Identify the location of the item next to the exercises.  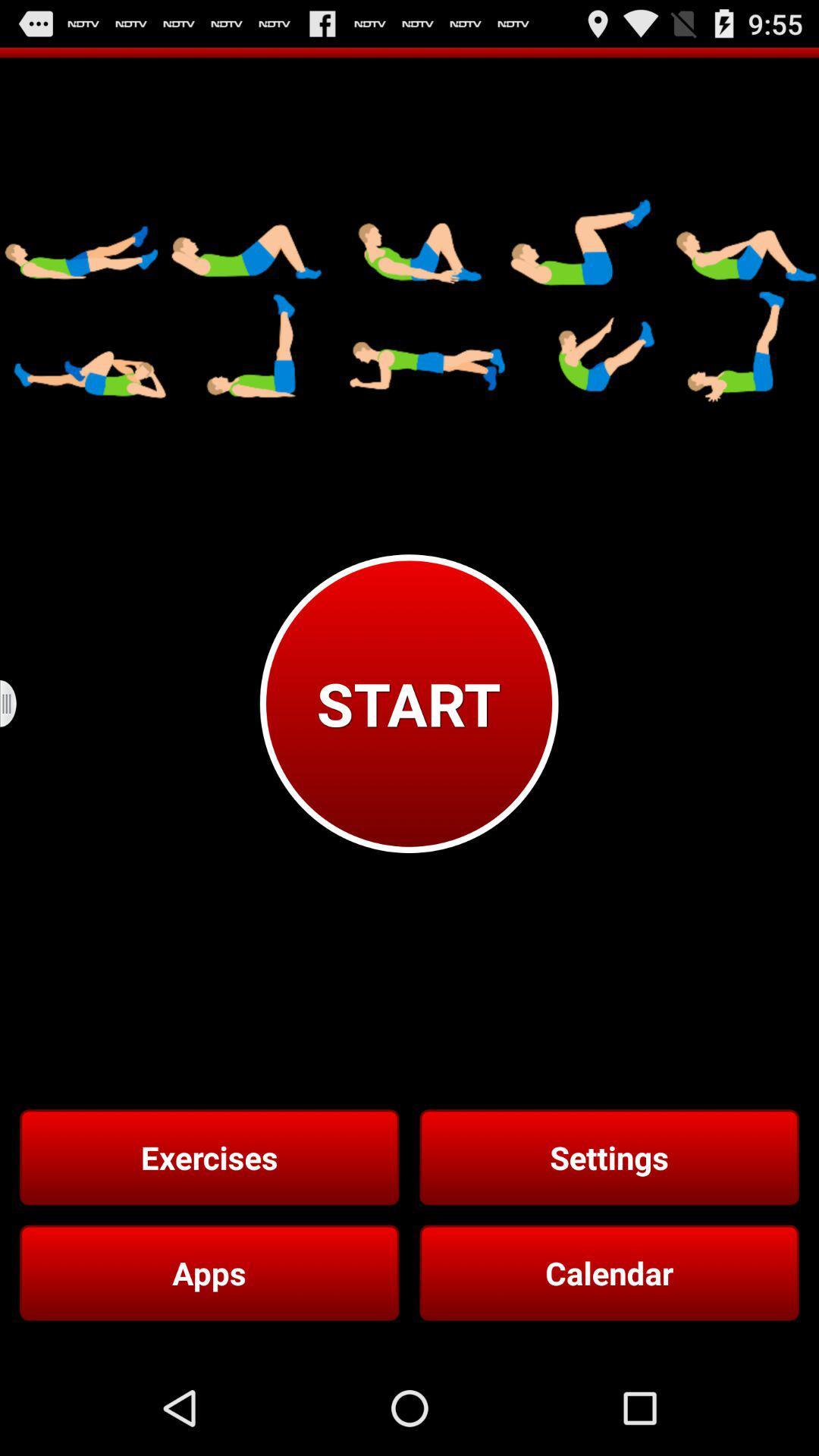
(608, 1156).